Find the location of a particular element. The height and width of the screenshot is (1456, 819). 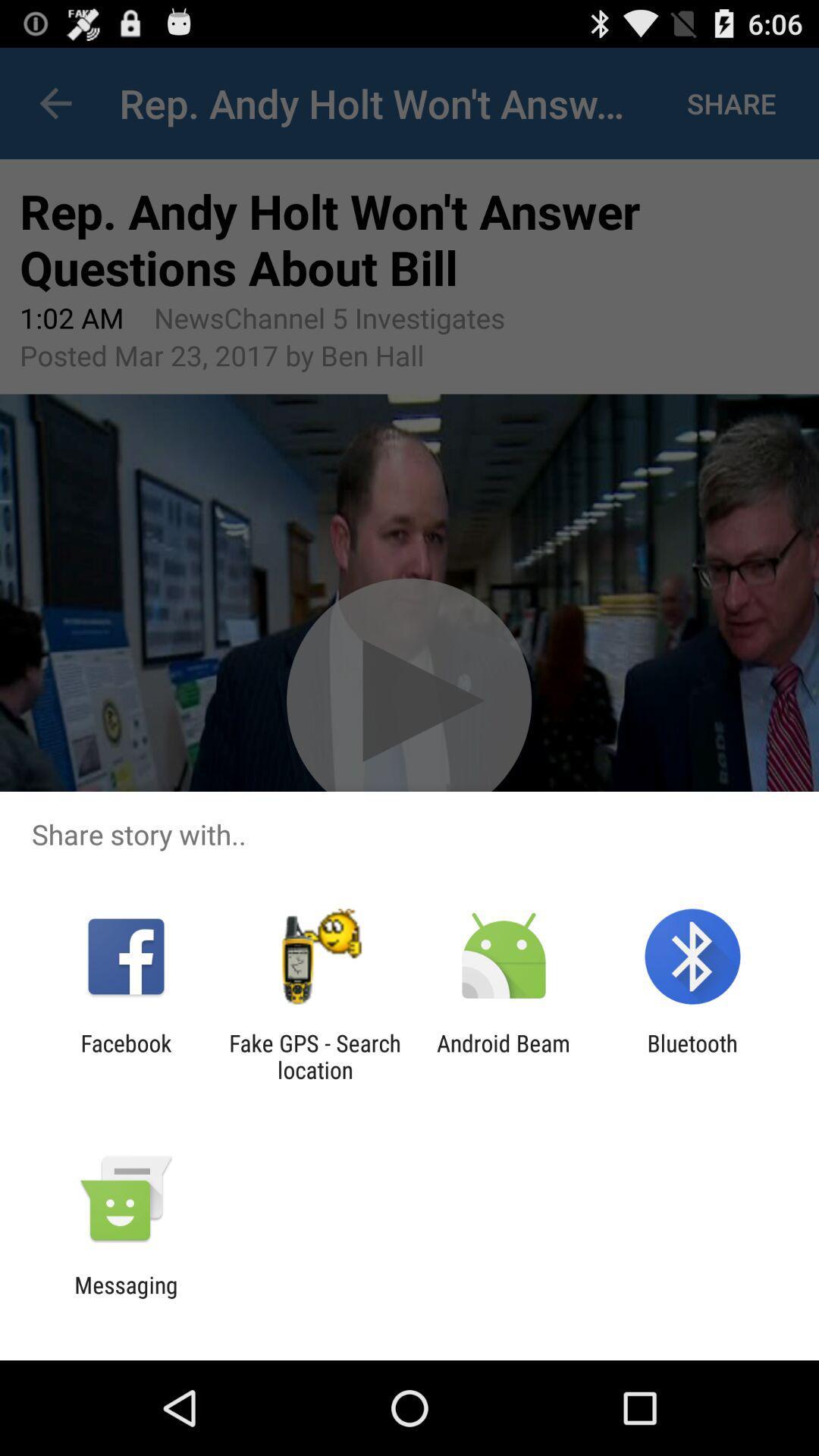

item next to the android beam app is located at coordinates (314, 1056).